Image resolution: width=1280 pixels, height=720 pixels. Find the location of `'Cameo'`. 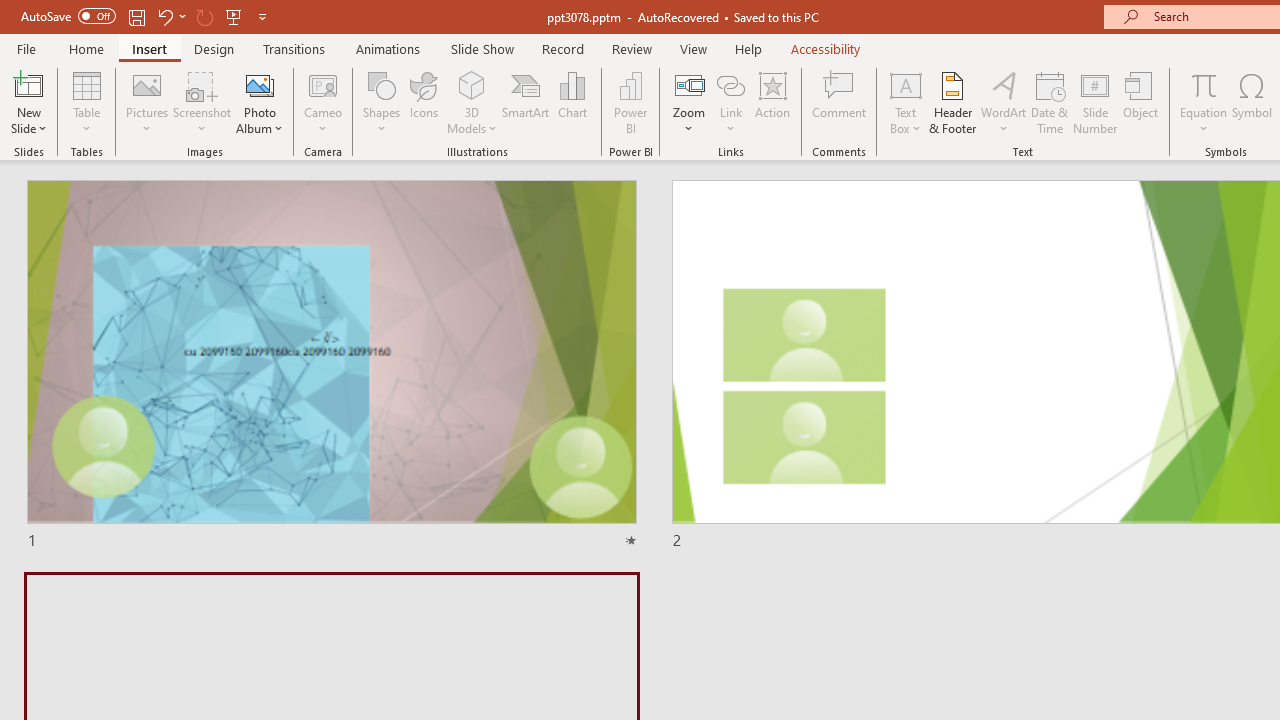

'Cameo' is located at coordinates (323, 103).